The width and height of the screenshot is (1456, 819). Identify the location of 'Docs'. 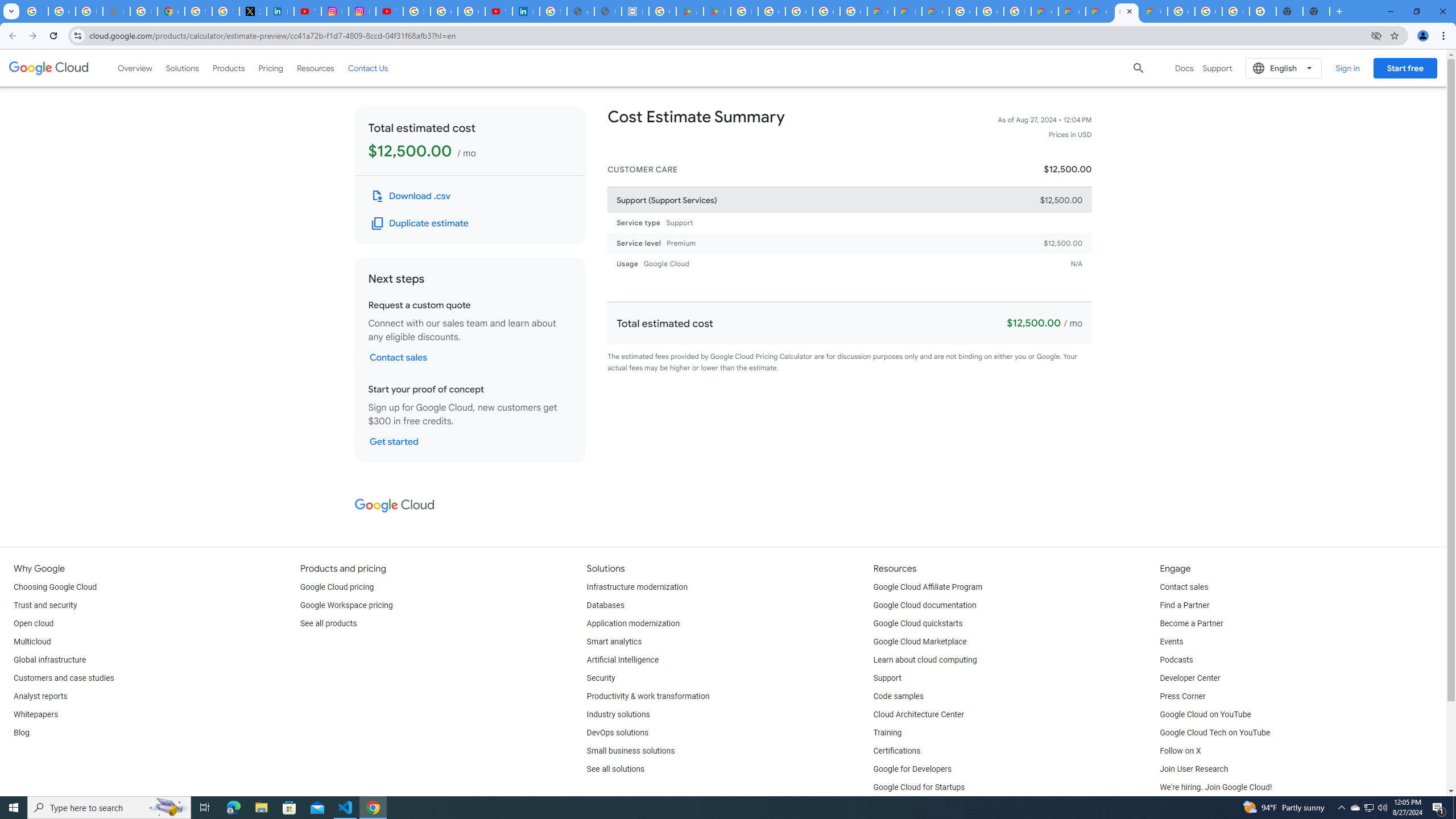
(1184, 67).